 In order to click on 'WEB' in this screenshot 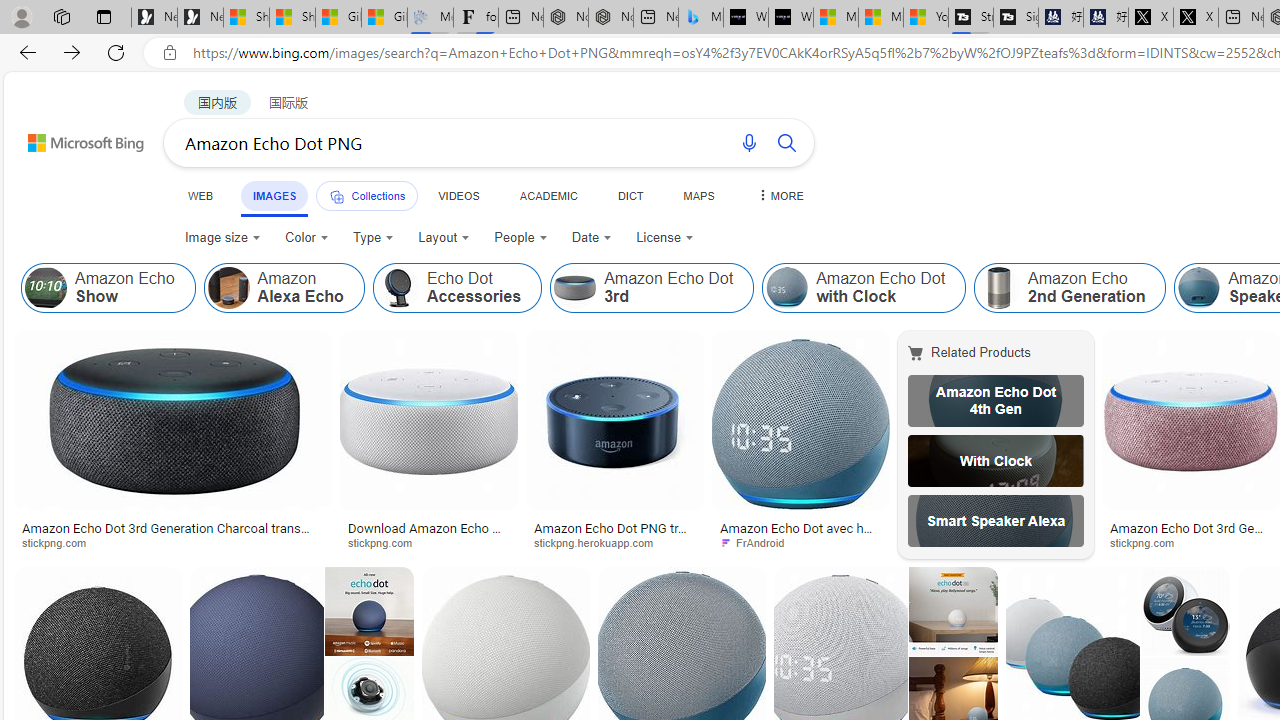, I will do `click(201, 195)`.